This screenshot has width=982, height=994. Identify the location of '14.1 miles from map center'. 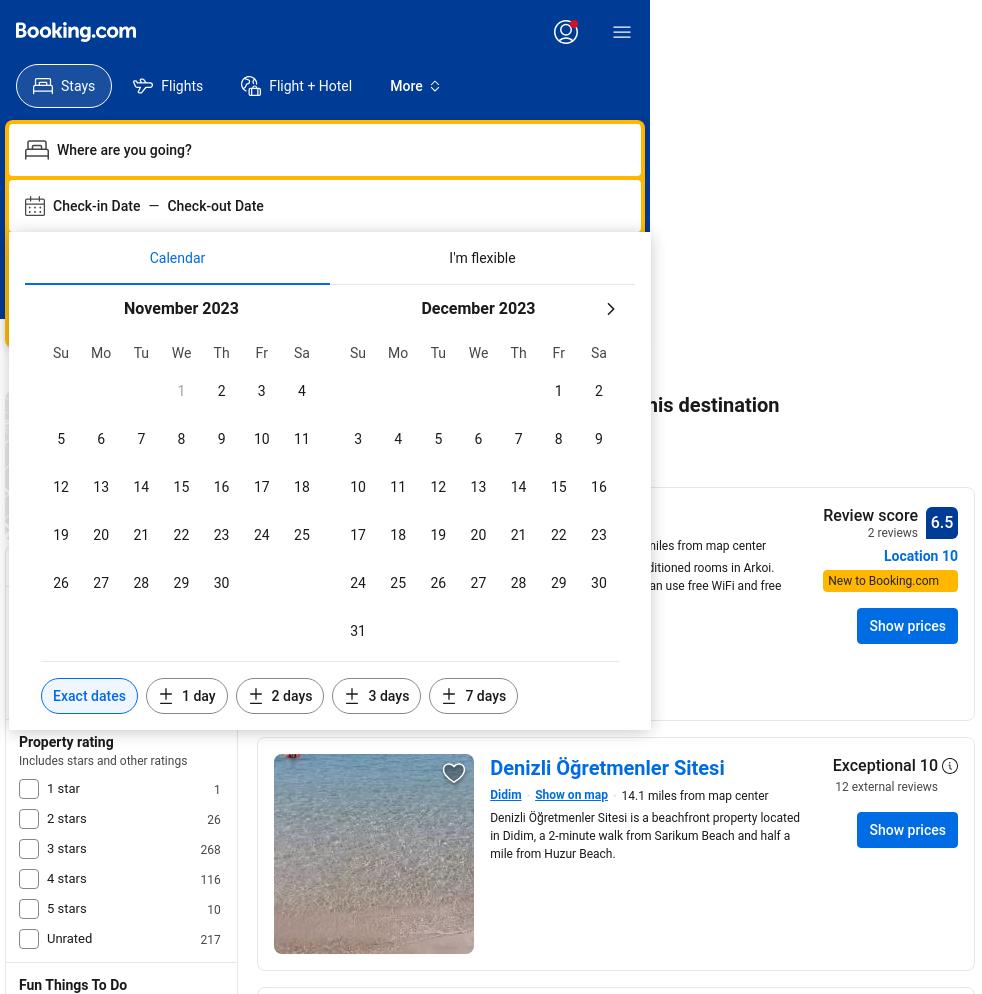
(693, 795).